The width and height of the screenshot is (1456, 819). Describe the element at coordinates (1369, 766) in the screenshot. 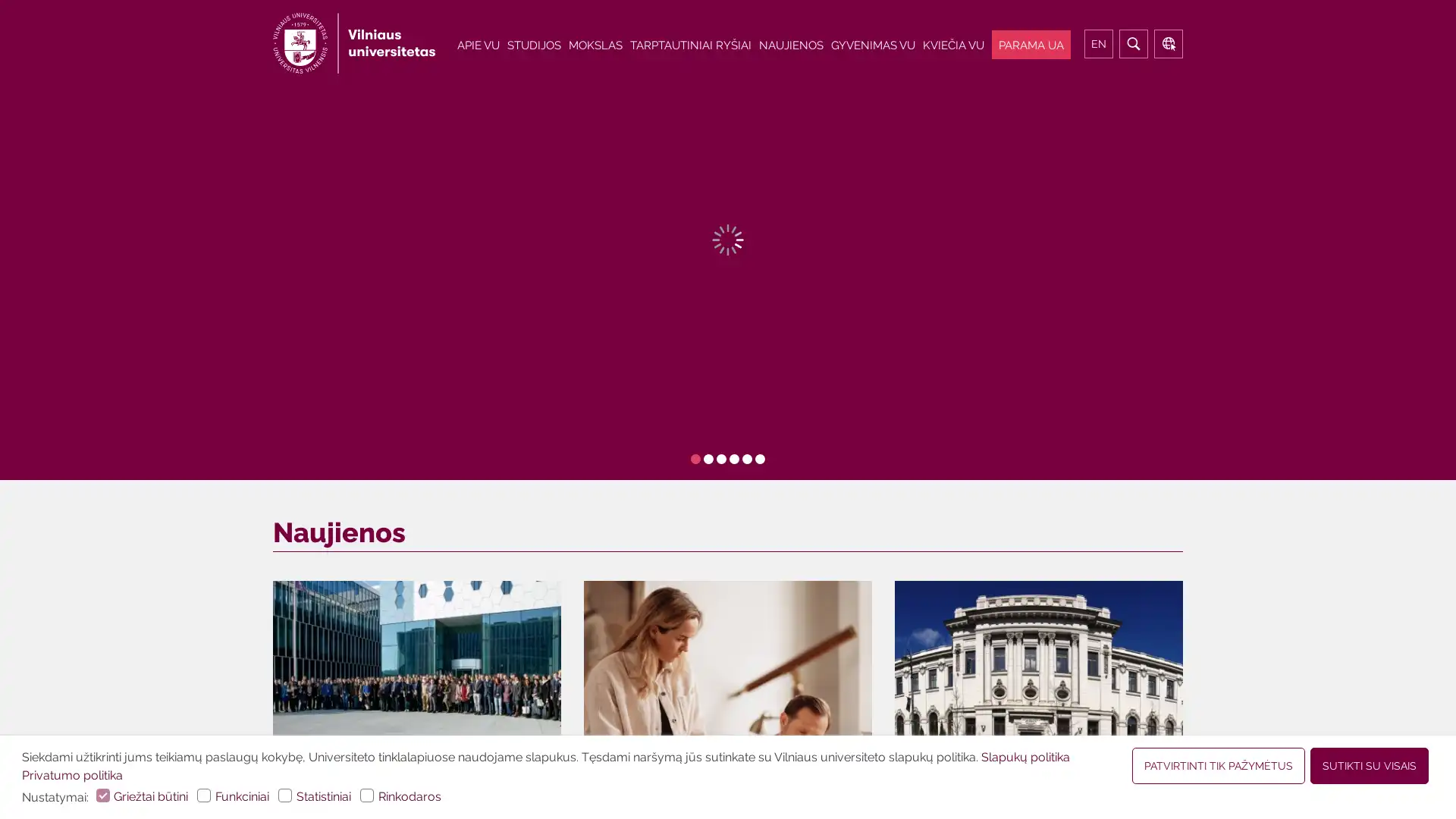

I see `allow all cookies` at that location.